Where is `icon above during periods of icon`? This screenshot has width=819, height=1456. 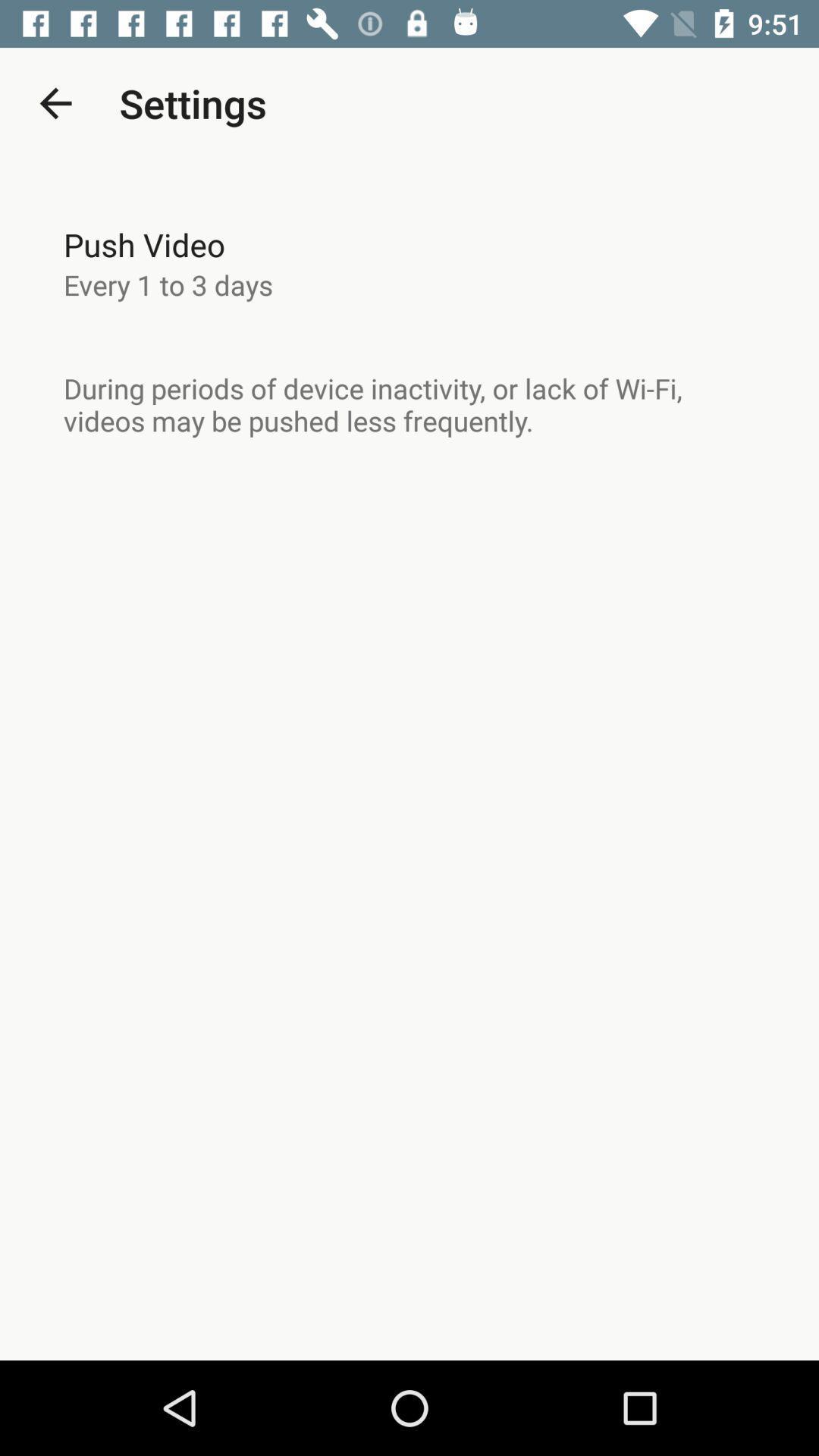 icon above during periods of icon is located at coordinates (168, 284).